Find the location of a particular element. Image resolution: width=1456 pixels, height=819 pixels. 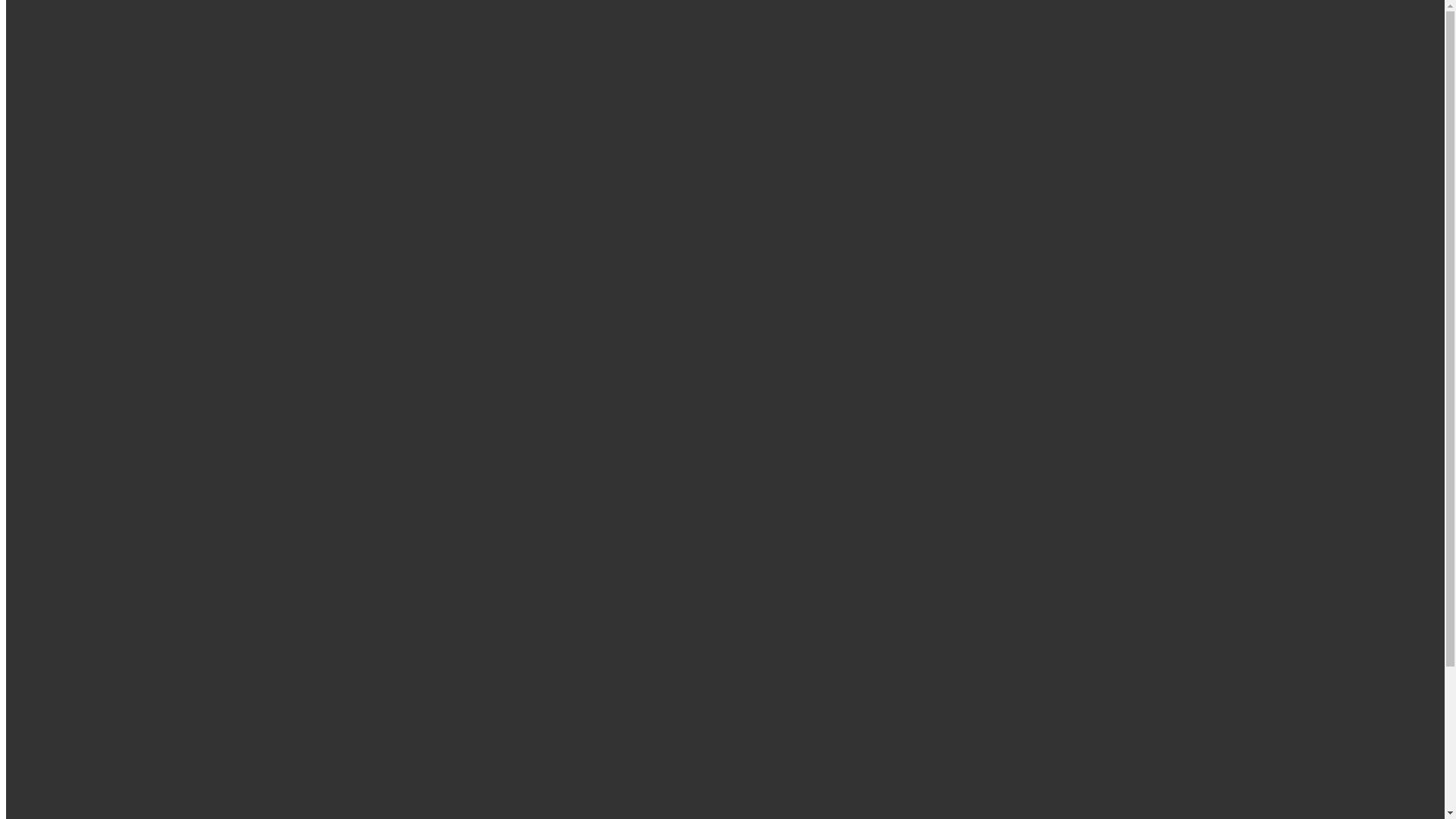

'Directory' is located at coordinates (59, 80).